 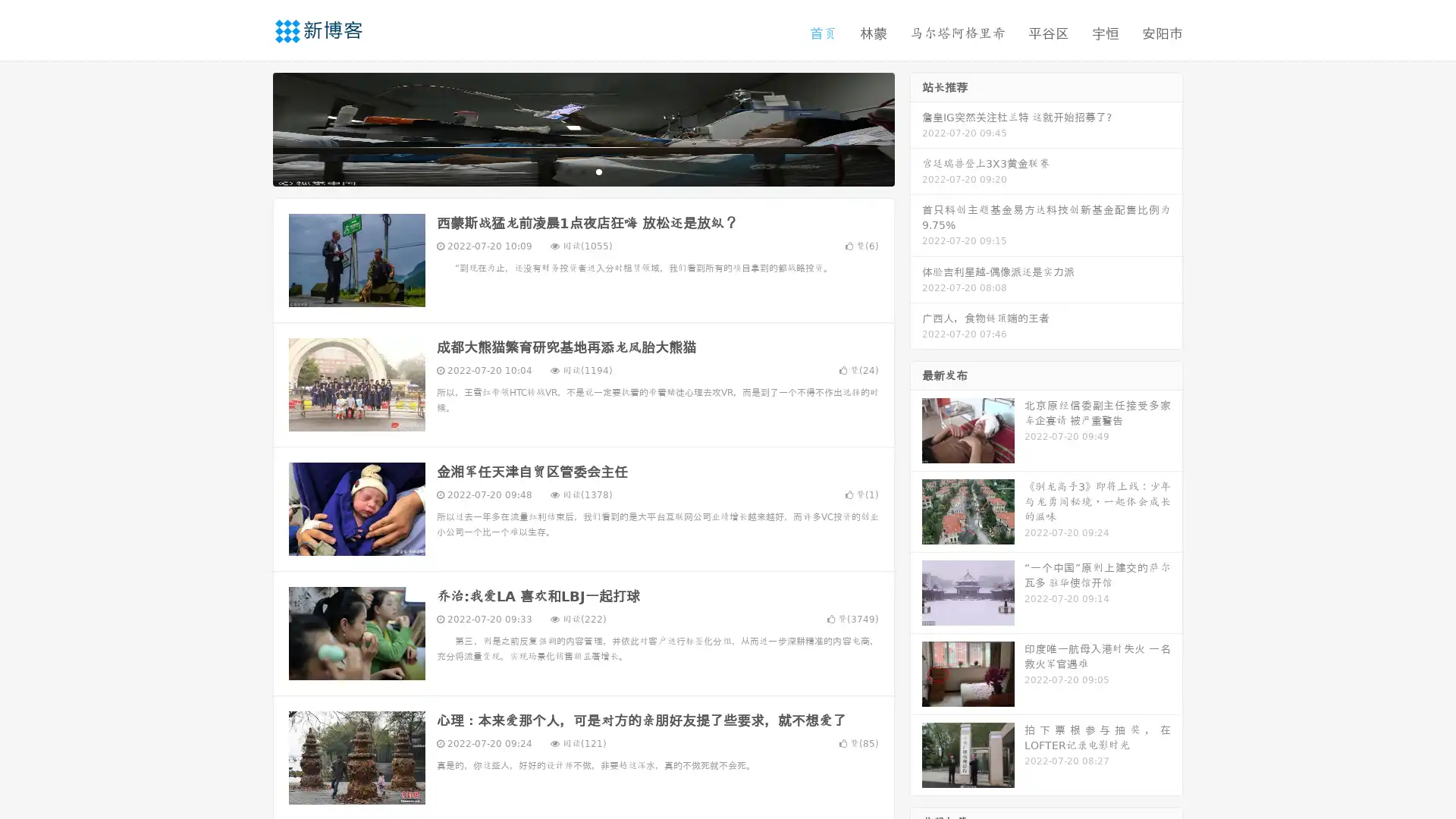 I want to click on Go to slide 3, so click(x=598, y=171).